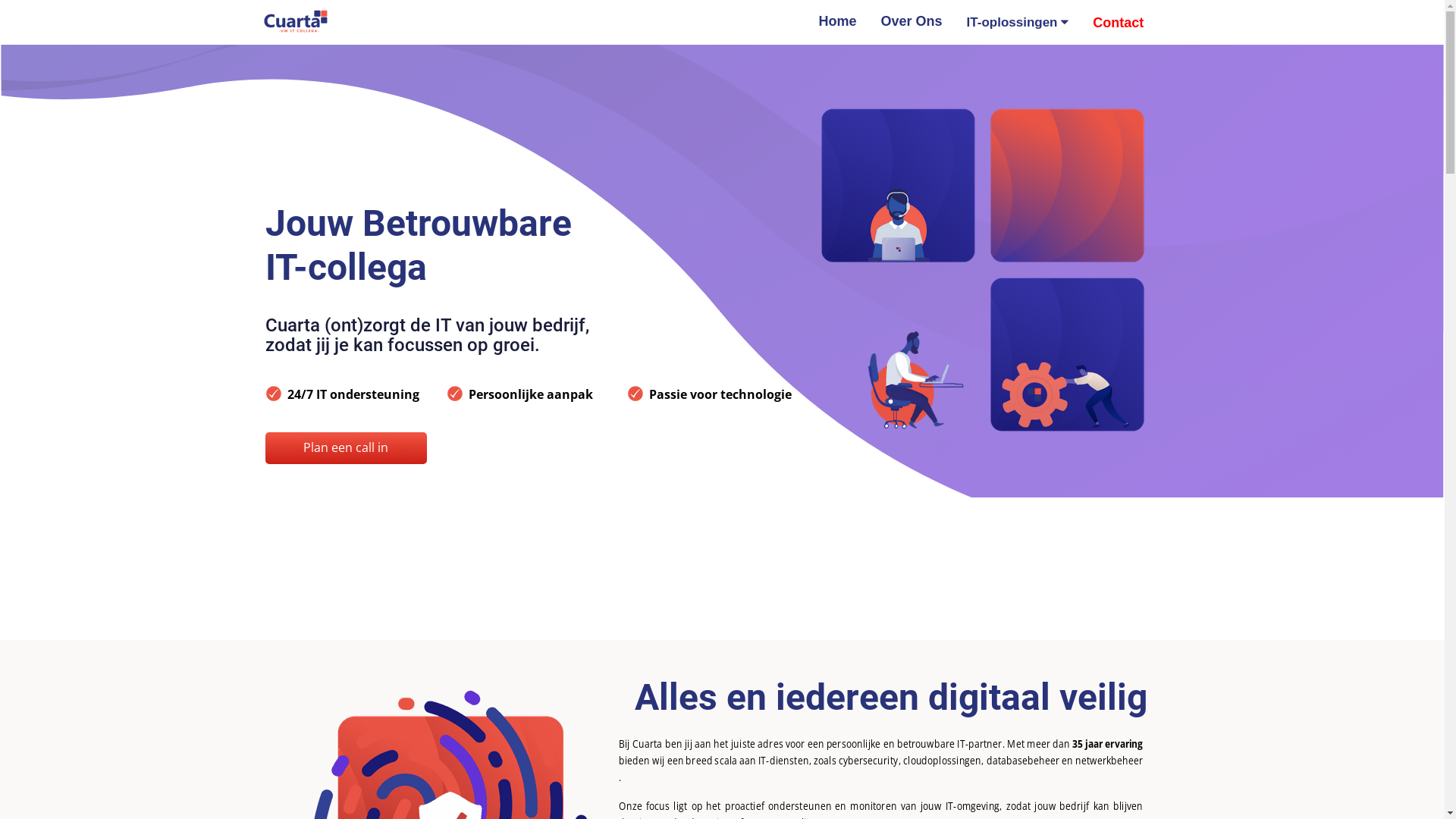  What do you see at coordinates (345, 447) in the screenshot?
I see `'Plan een call in'` at bounding box center [345, 447].